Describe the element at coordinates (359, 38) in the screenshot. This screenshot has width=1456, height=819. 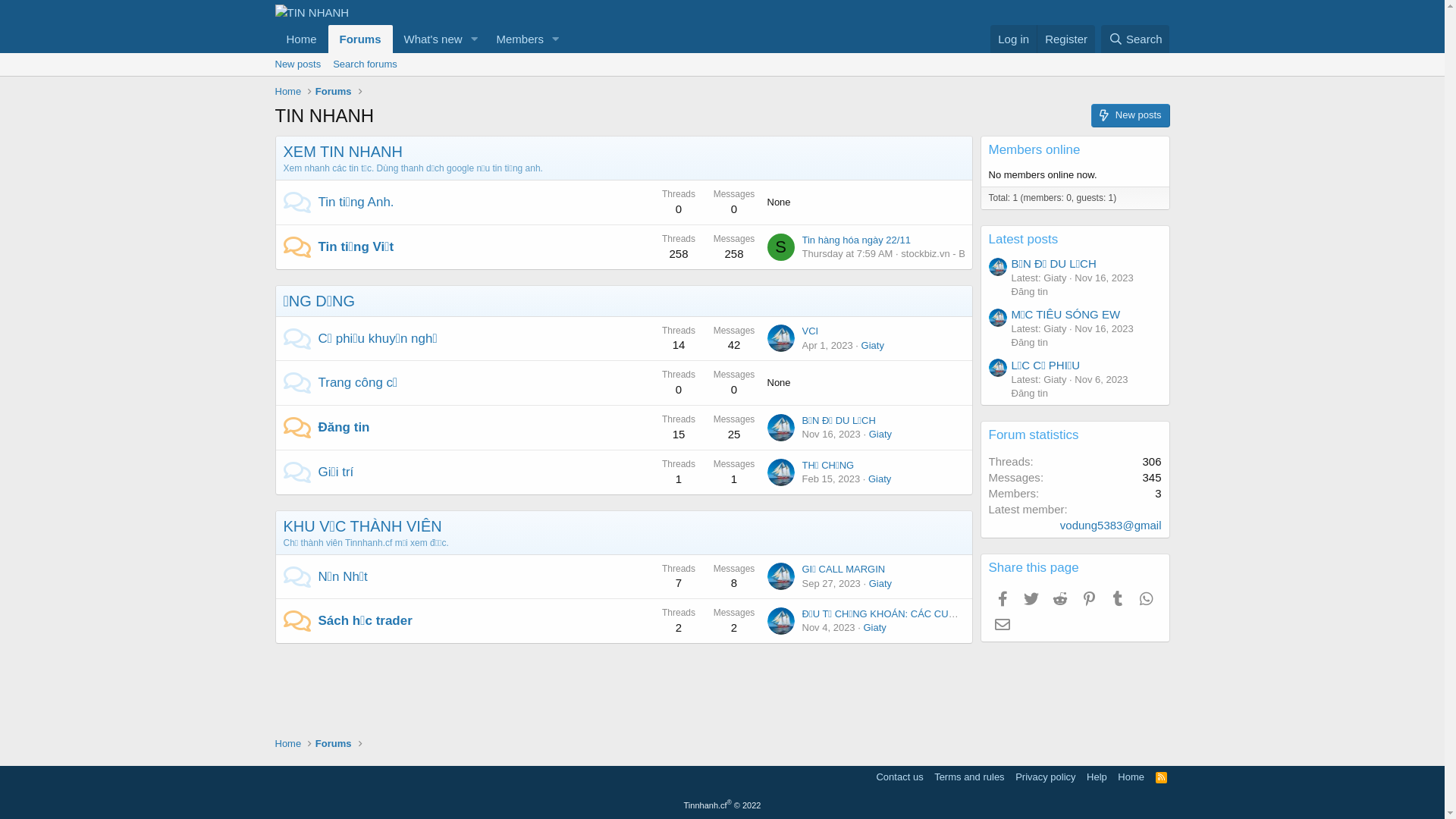
I see `'Forums'` at that location.